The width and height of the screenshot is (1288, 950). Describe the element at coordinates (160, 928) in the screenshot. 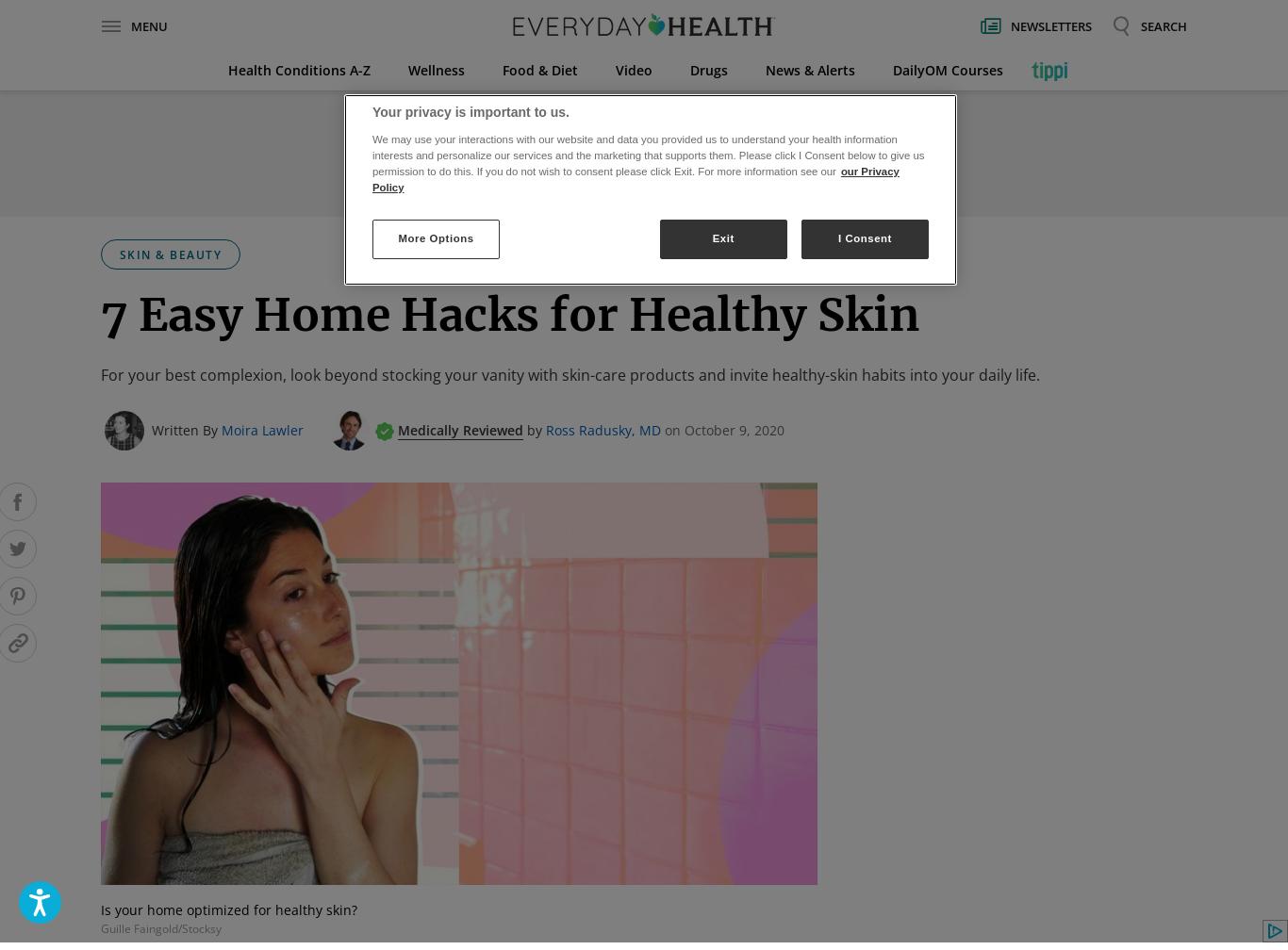

I see `'Guille Faingold/Stocksy'` at that location.